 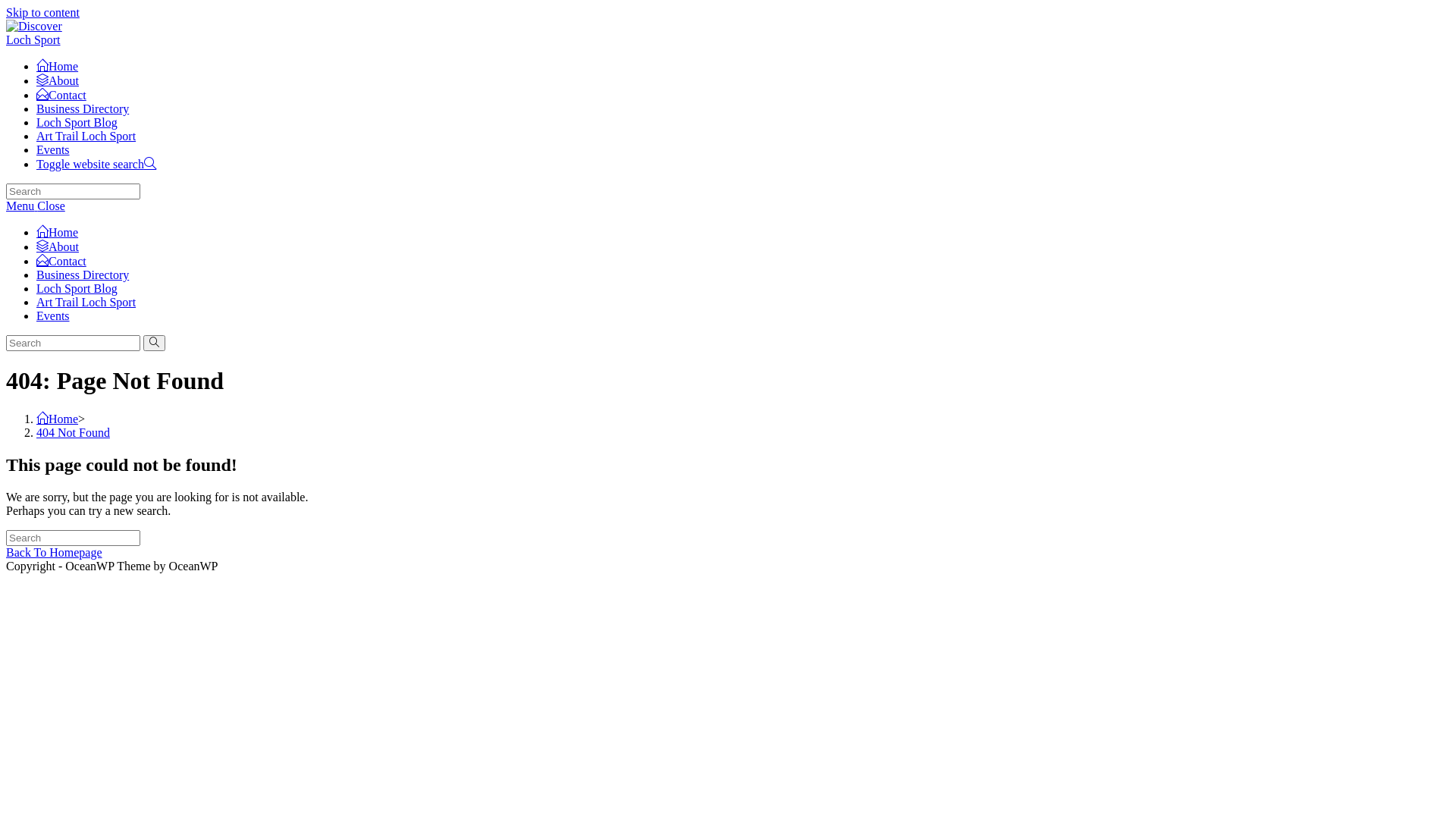 What do you see at coordinates (36, 206) in the screenshot?
I see `'Menu Close'` at bounding box center [36, 206].